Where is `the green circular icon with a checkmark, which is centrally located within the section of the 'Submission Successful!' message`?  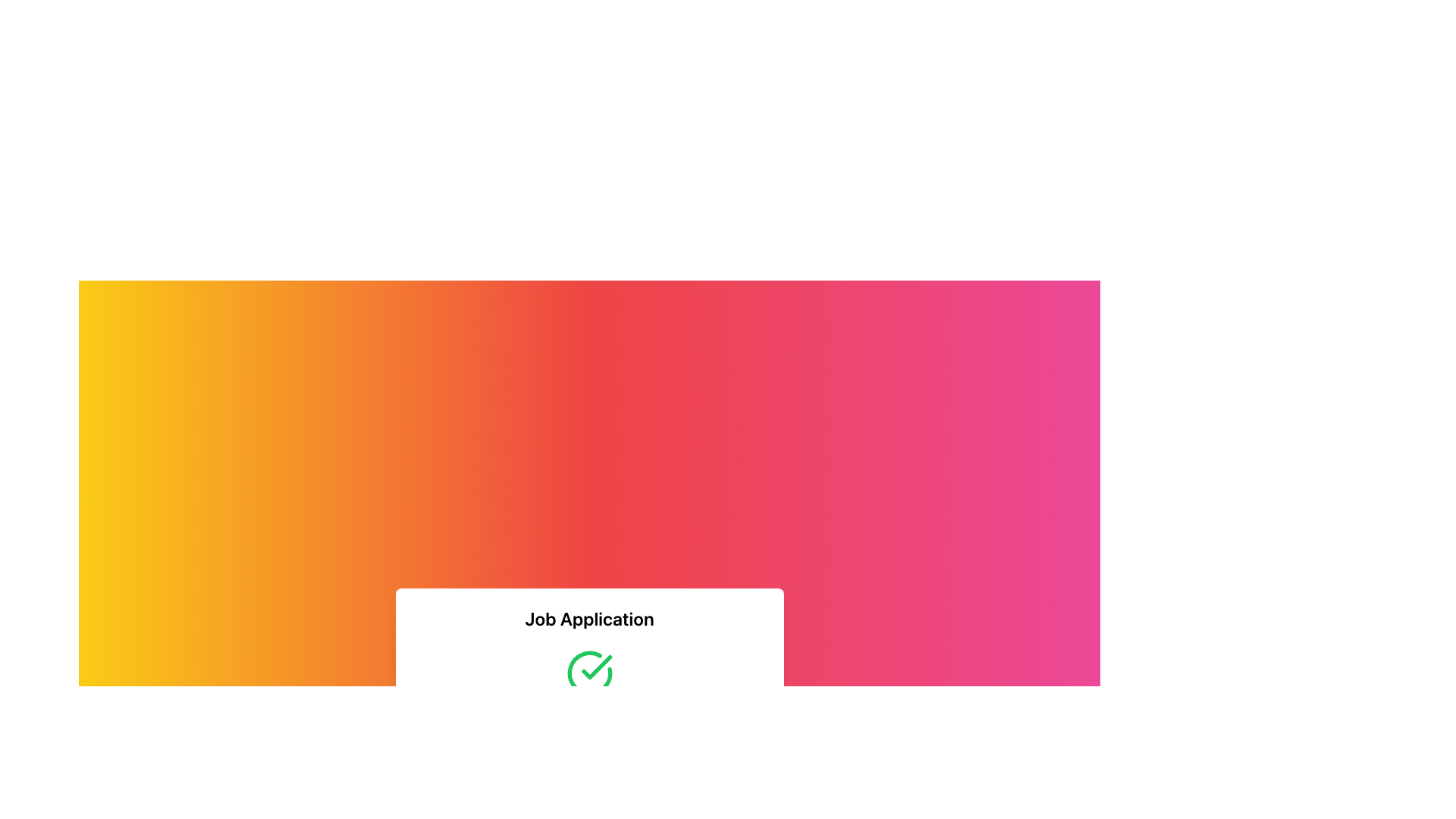
the green circular icon with a checkmark, which is centrally located within the section of the 'Submission Successful!' message is located at coordinates (588, 672).